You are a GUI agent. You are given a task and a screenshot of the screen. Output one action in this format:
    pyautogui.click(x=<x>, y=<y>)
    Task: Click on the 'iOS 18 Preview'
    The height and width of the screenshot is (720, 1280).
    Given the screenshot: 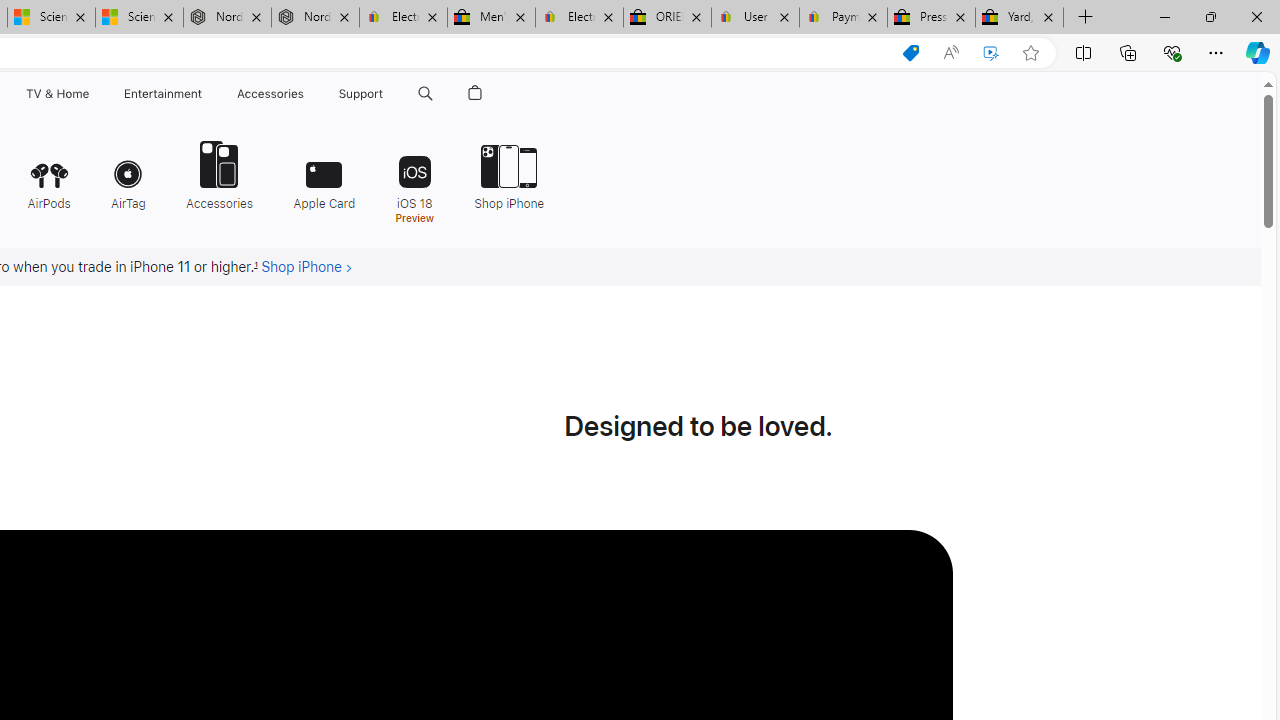 What is the action you would take?
    pyautogui.click(x=413, y=180)
    